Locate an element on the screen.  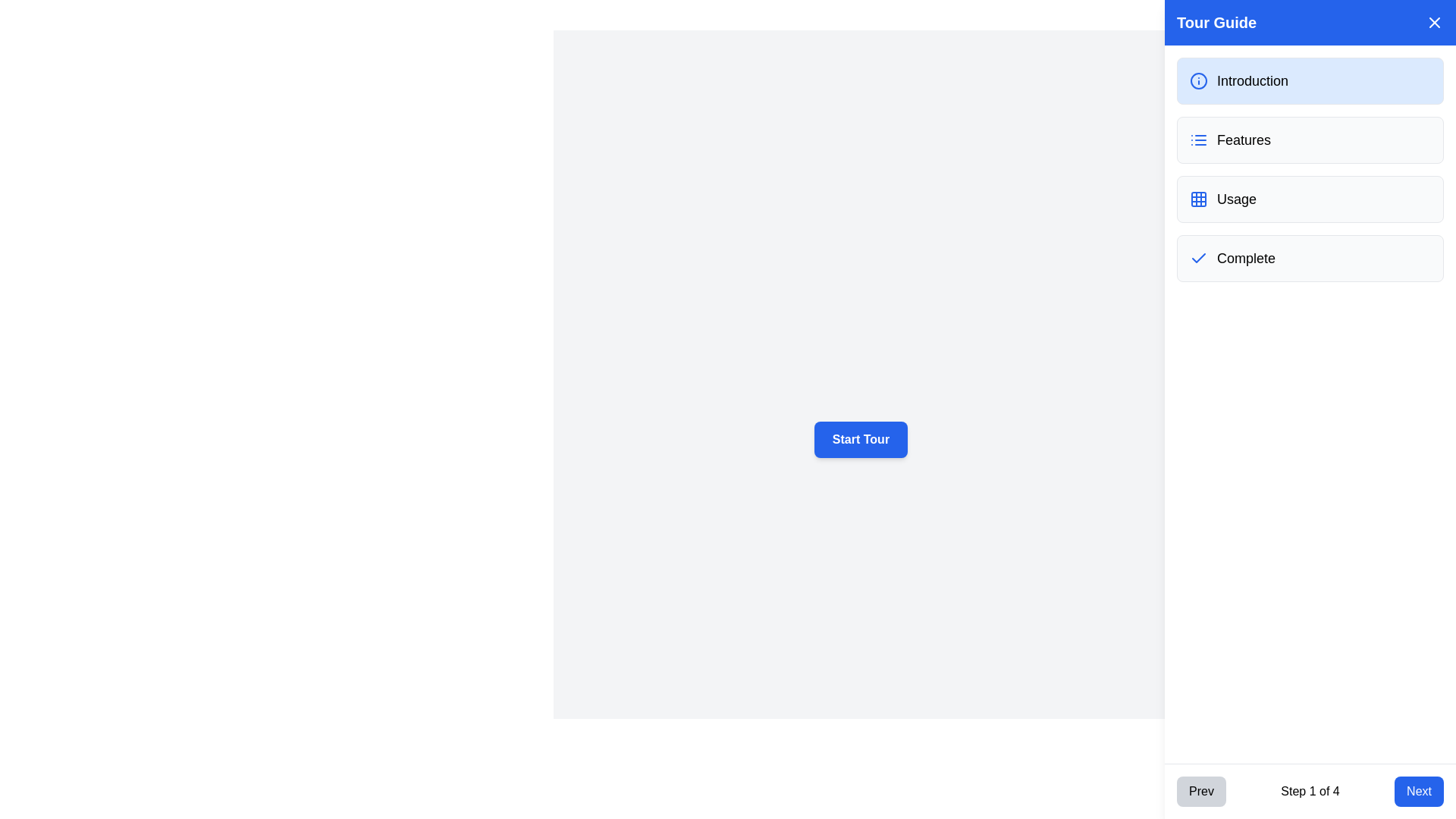
the informational icon located to the left of the 'Introduction' text label in the 'Tour Guide' menu is located at coordinates (1197, 81).